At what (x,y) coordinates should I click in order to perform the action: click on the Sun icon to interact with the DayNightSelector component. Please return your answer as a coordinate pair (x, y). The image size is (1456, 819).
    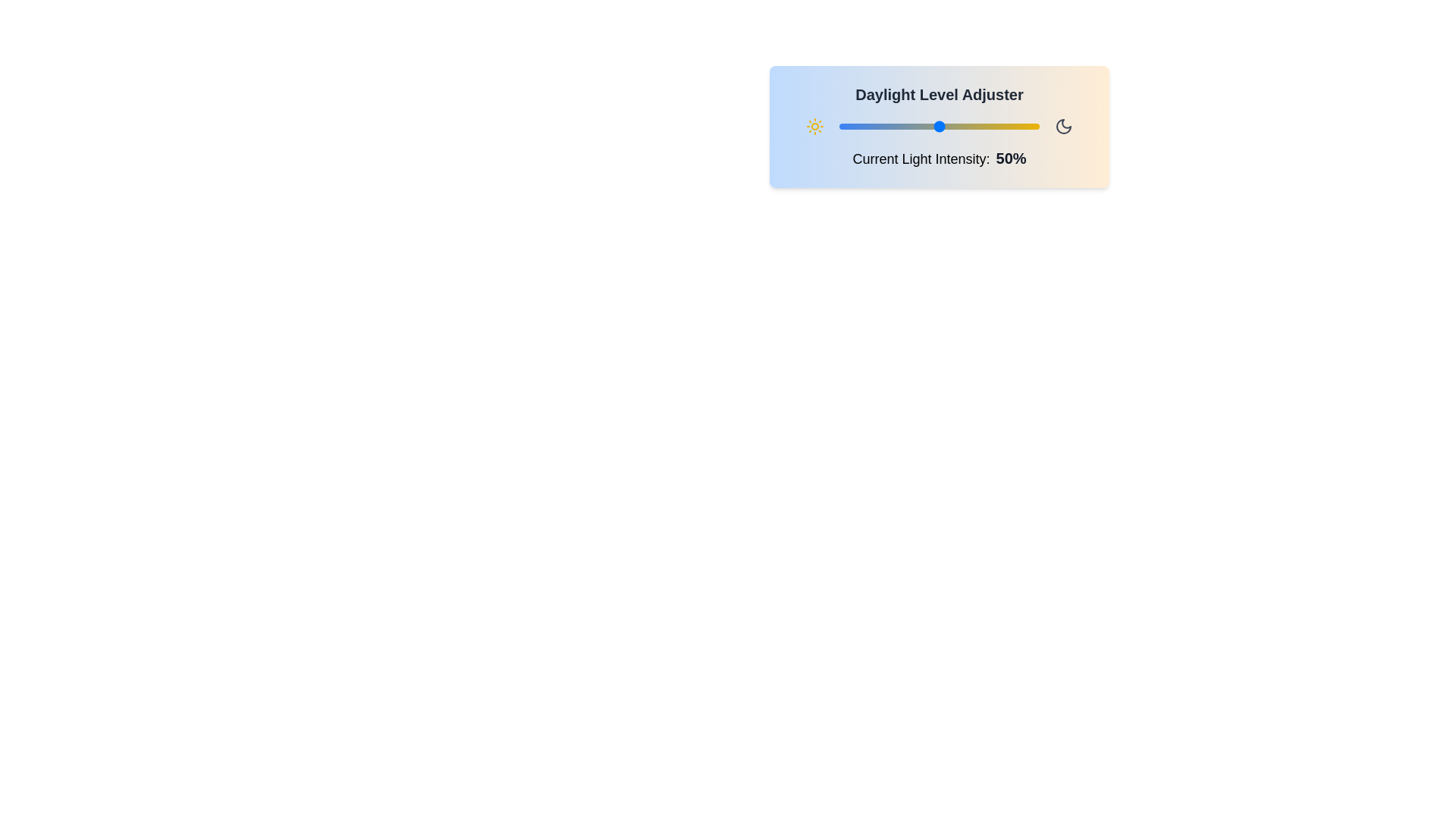
    Looking at the image, I should click on (814, 125).